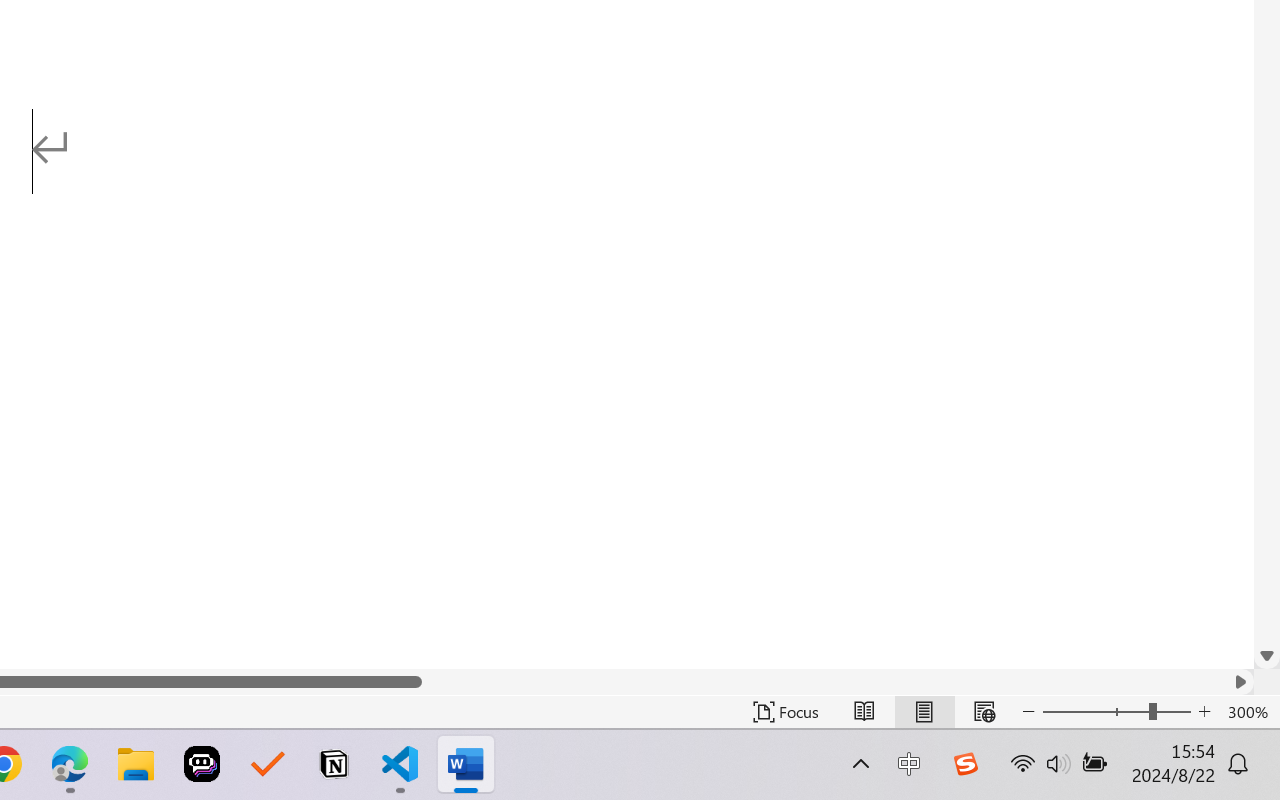  I want to click on 'Line down', so click(1266, 655).